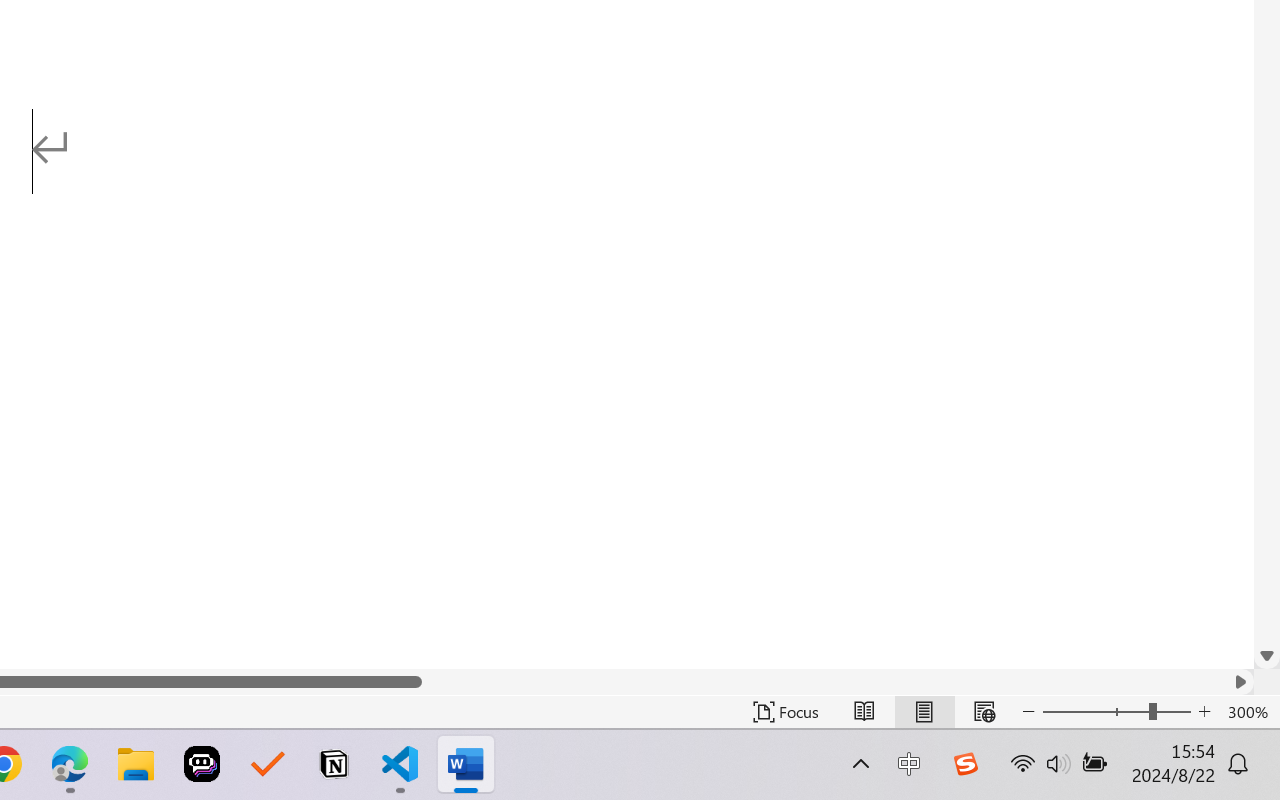  I want to click on 'Line down', so click(1266, 655).